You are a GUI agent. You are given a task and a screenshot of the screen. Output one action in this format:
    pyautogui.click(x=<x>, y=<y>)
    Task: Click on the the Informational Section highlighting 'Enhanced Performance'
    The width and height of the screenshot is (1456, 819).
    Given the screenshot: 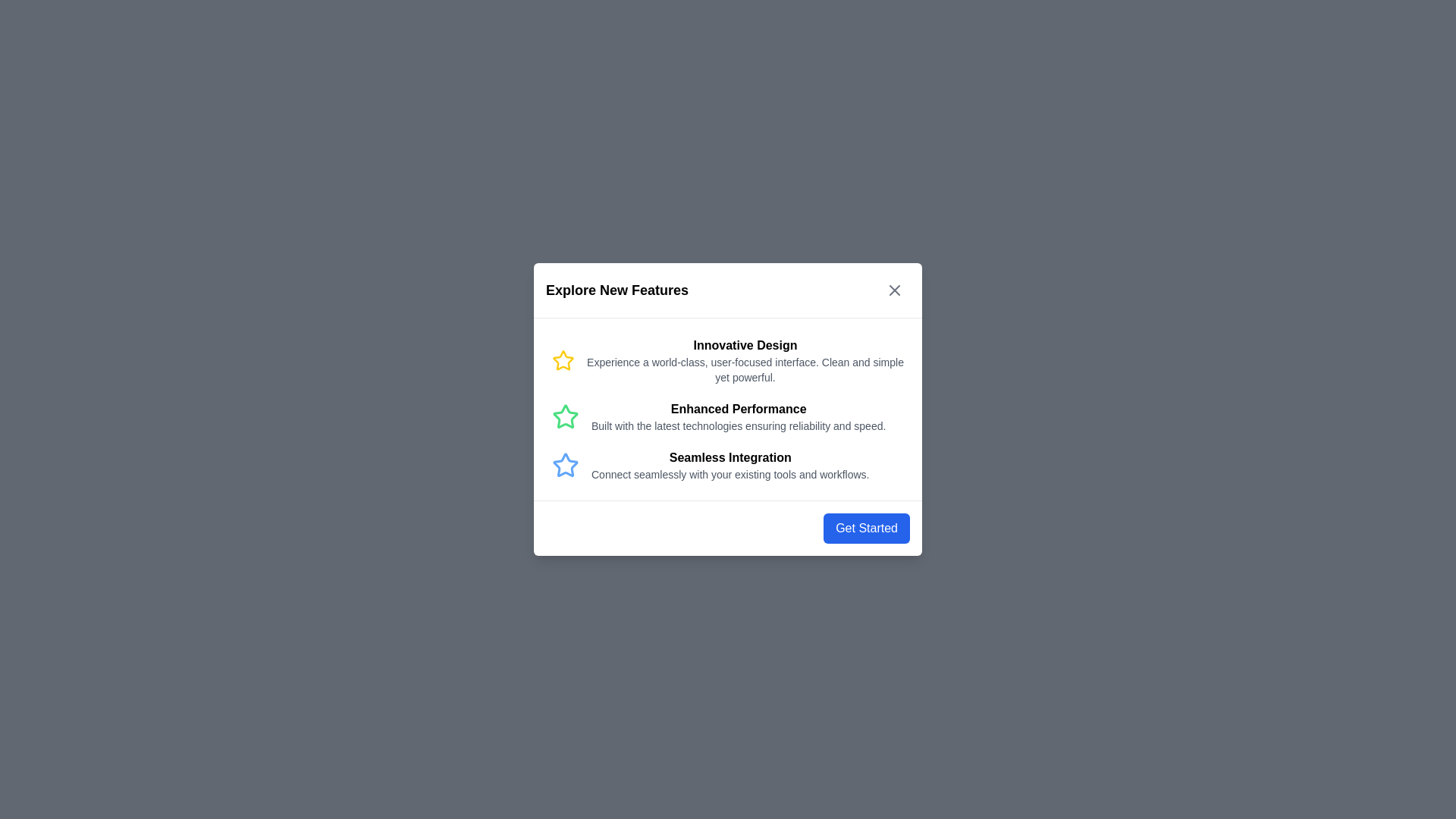 What is the action you would take?
    pyautogui.click(x=728, y=417)
    